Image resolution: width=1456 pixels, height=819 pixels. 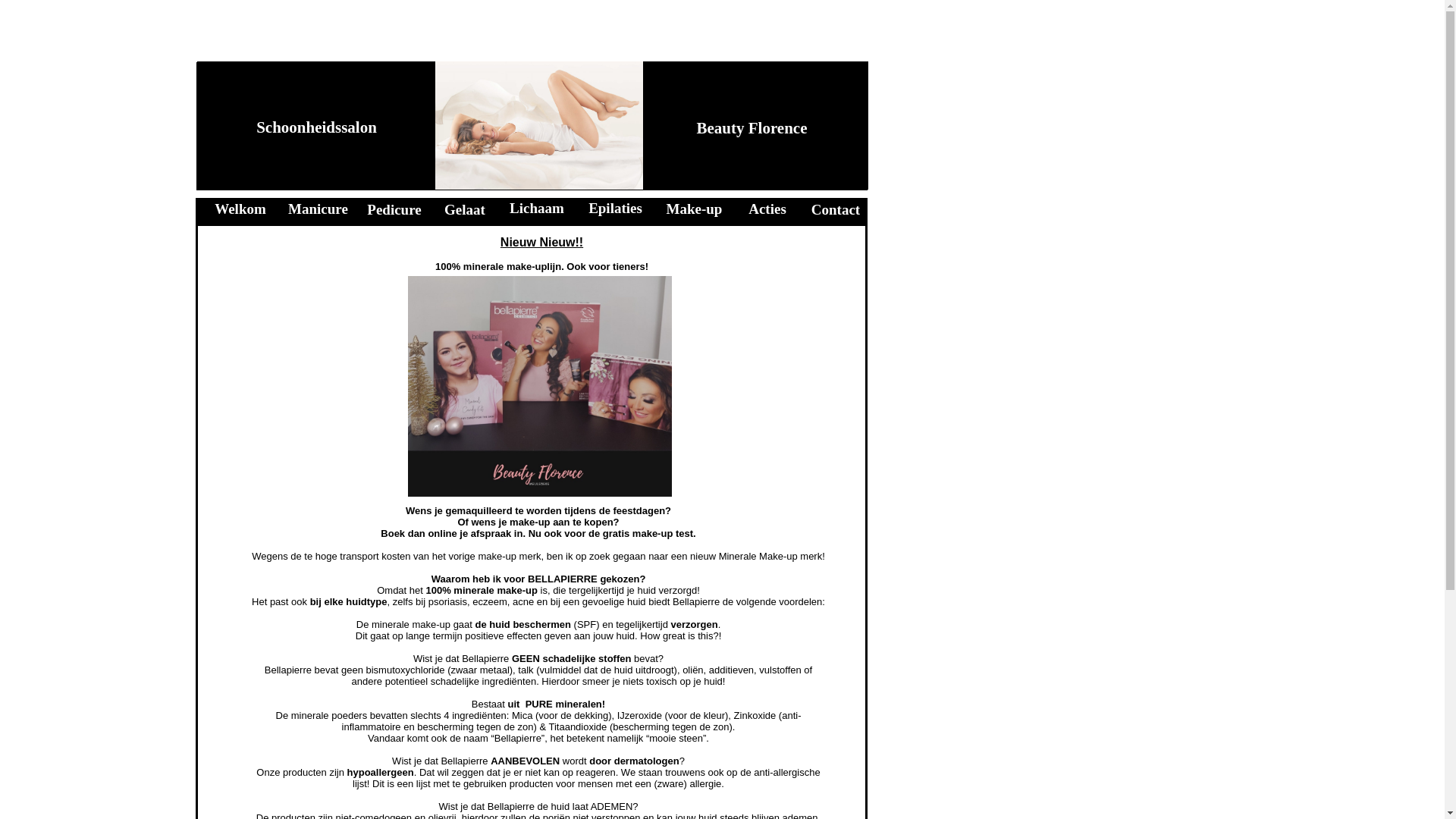 What do you see at coordinates (510, 208) in the screenshot?
I see `'Lichaam'` at bounding box center [510, 208].